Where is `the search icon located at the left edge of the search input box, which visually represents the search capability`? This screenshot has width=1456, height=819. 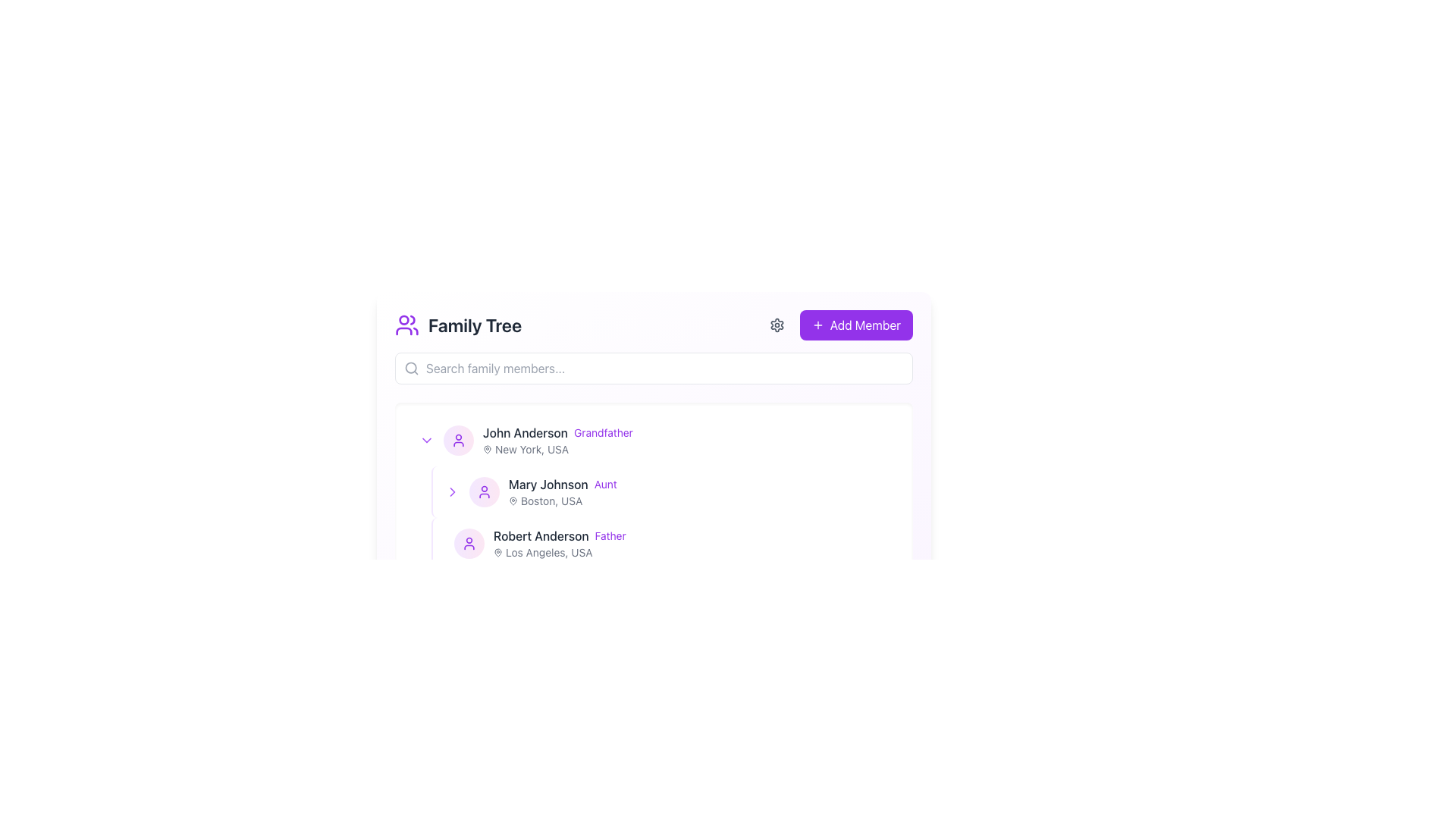
the search icon located at the left edge of the search input box, which visually represents the search capability is located at coordinates (411, 369).